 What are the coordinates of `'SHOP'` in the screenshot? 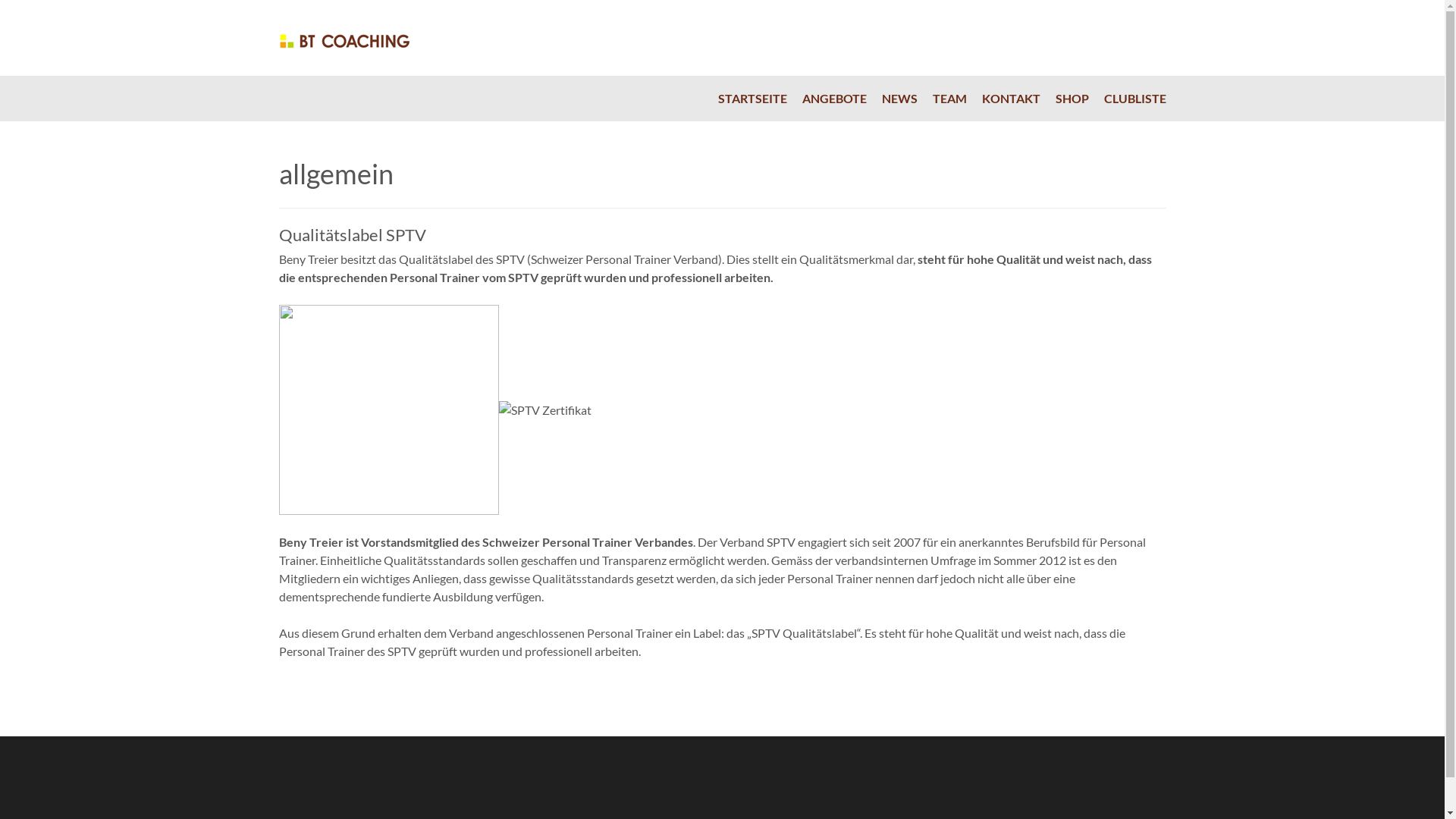 It's located at (1047, 99).